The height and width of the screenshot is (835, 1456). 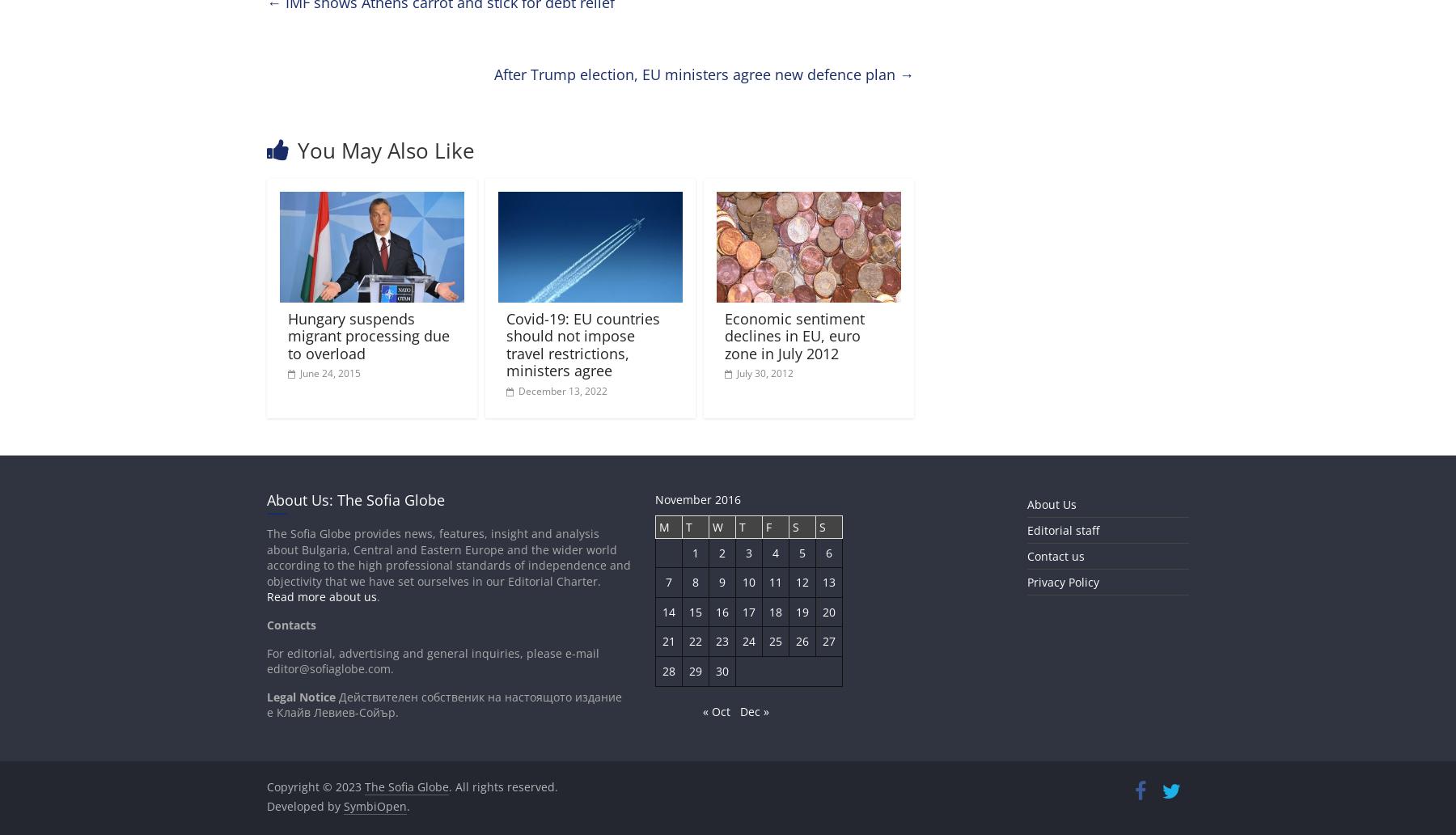 What do you see at coordinates (265, 652) in the screenshot?
I see `'For editorial, advertising and general inquiries, please e-mail'` at bounding box center [265, 652].